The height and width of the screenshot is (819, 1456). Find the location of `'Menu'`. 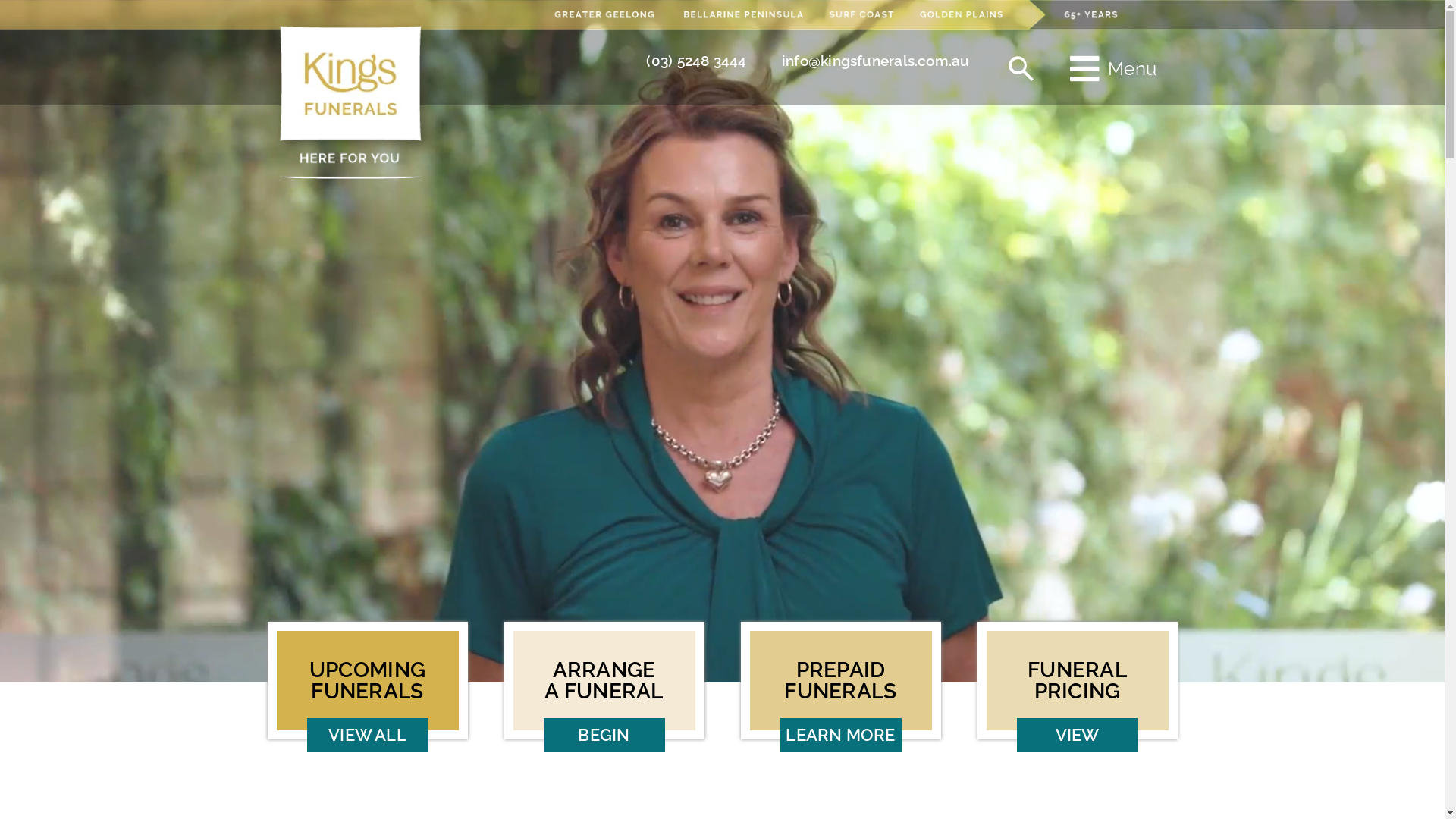

'Menu' is located at coordinates (1112, 69).